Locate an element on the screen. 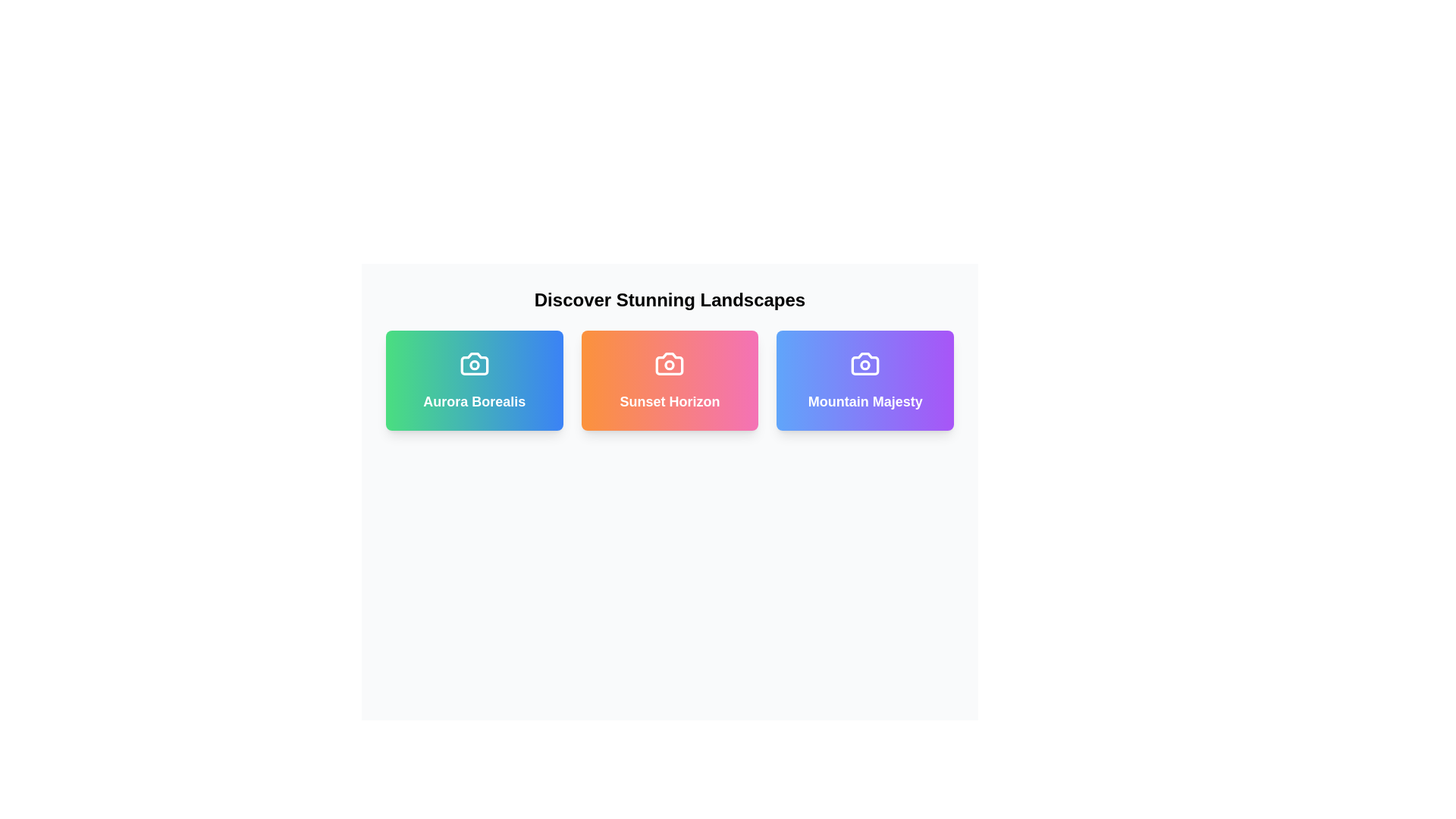 This screenshot has height=819, width=1456. the camera icon within the green gradient card labeled 'Aurora Borealis', which is located beneath the 'Discover Stunning Landscapes' header is located at coordinates (473, 363).